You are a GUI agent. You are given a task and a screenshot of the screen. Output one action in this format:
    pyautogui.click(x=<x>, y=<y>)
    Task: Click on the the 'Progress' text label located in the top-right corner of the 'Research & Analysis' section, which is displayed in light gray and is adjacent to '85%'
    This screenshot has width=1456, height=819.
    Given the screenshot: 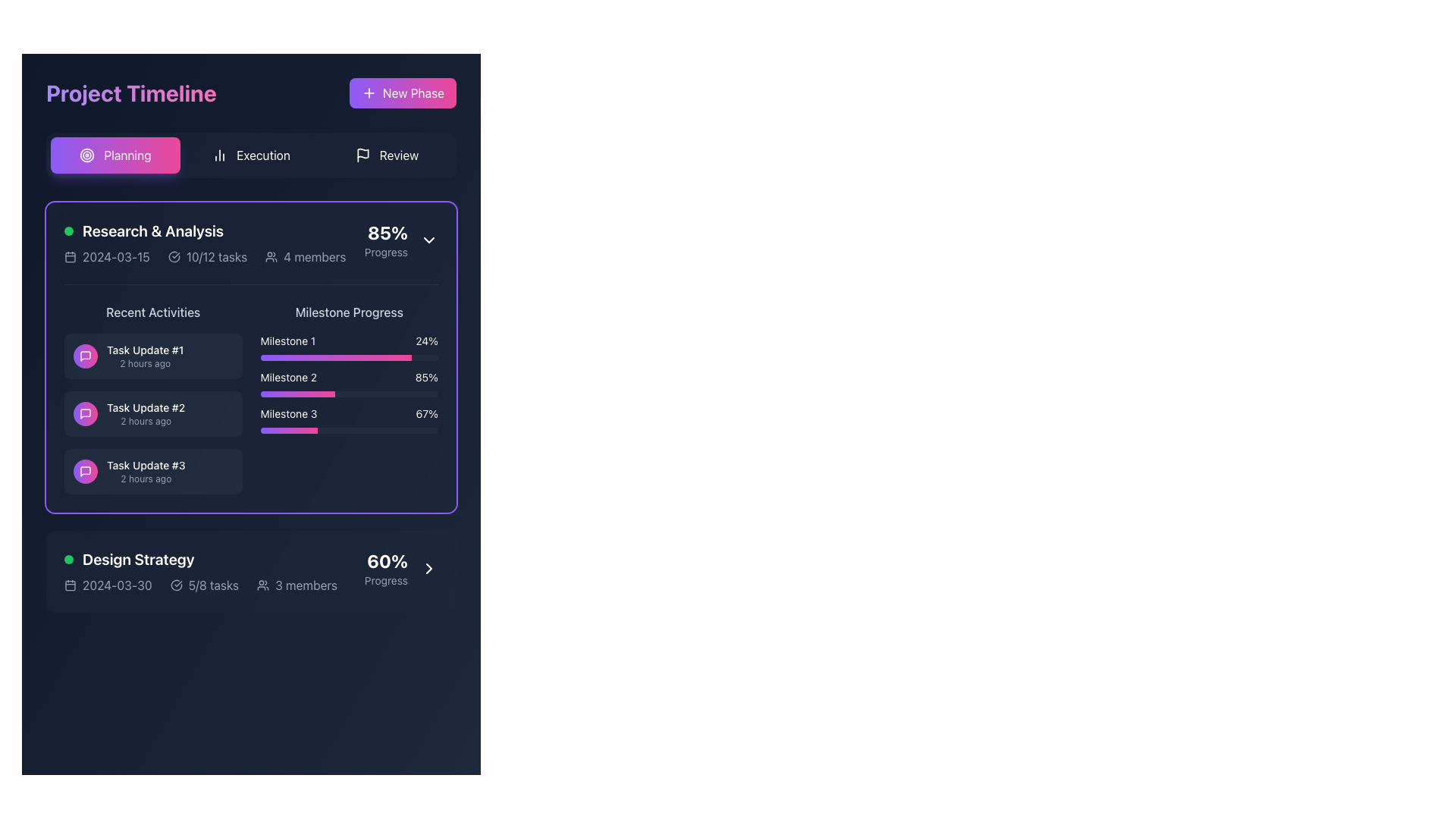 What is the action you would take?
    pyautogui.click(x=386, y=251)
    